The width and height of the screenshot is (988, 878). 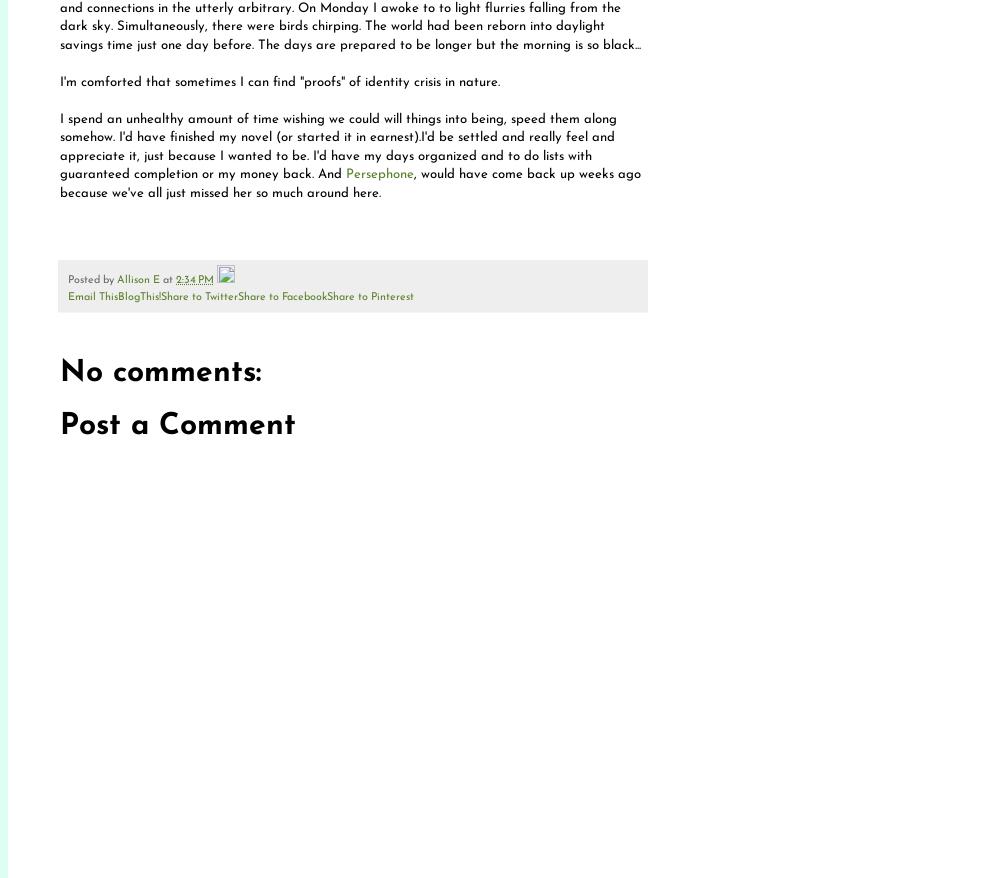 I want to click on 'No comments:', so click(x=159, y=371).